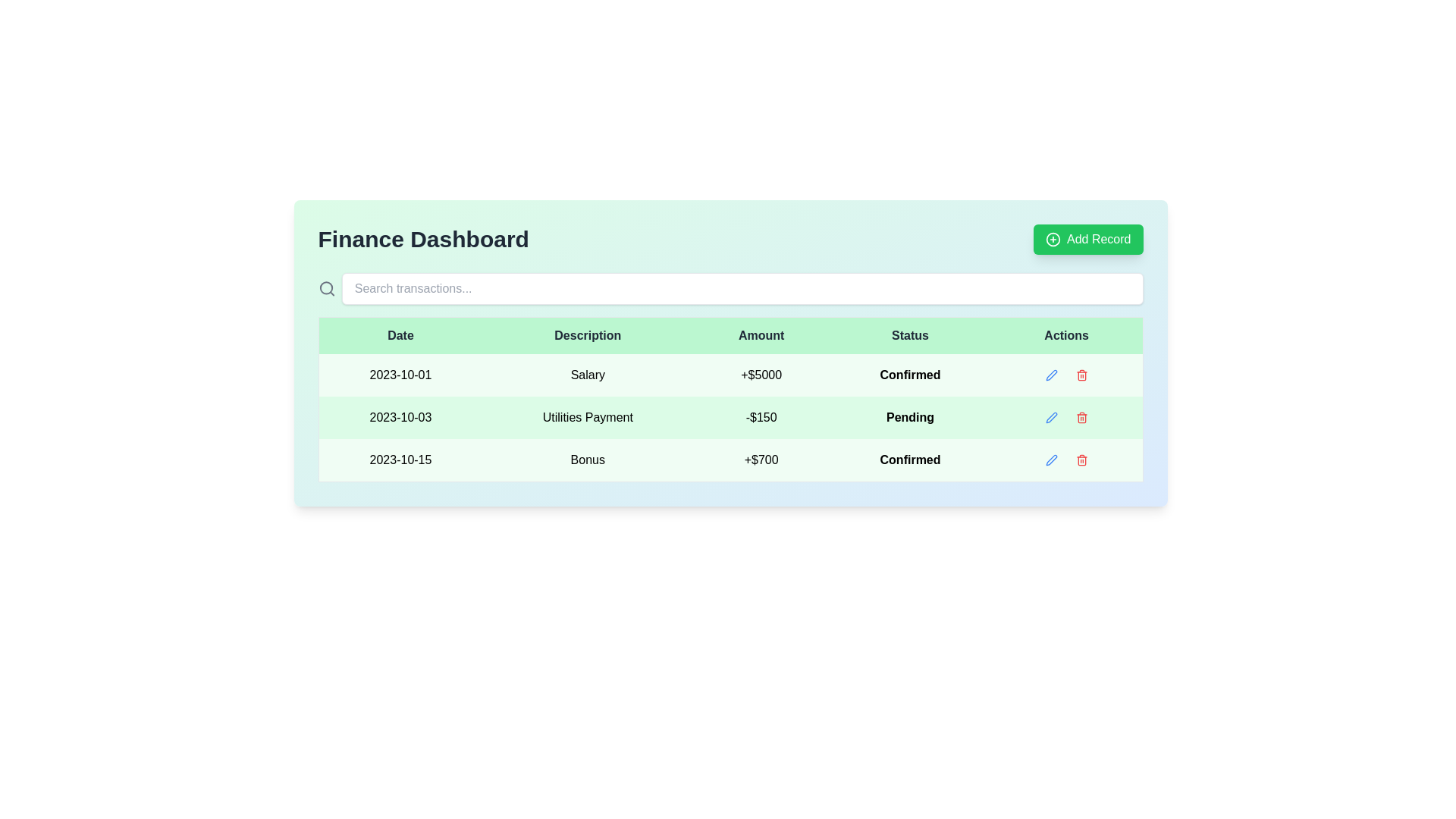  I want to click on the trash bin delete button located in the 'Actions' column of the second row in the data table, so click(1081, 418).